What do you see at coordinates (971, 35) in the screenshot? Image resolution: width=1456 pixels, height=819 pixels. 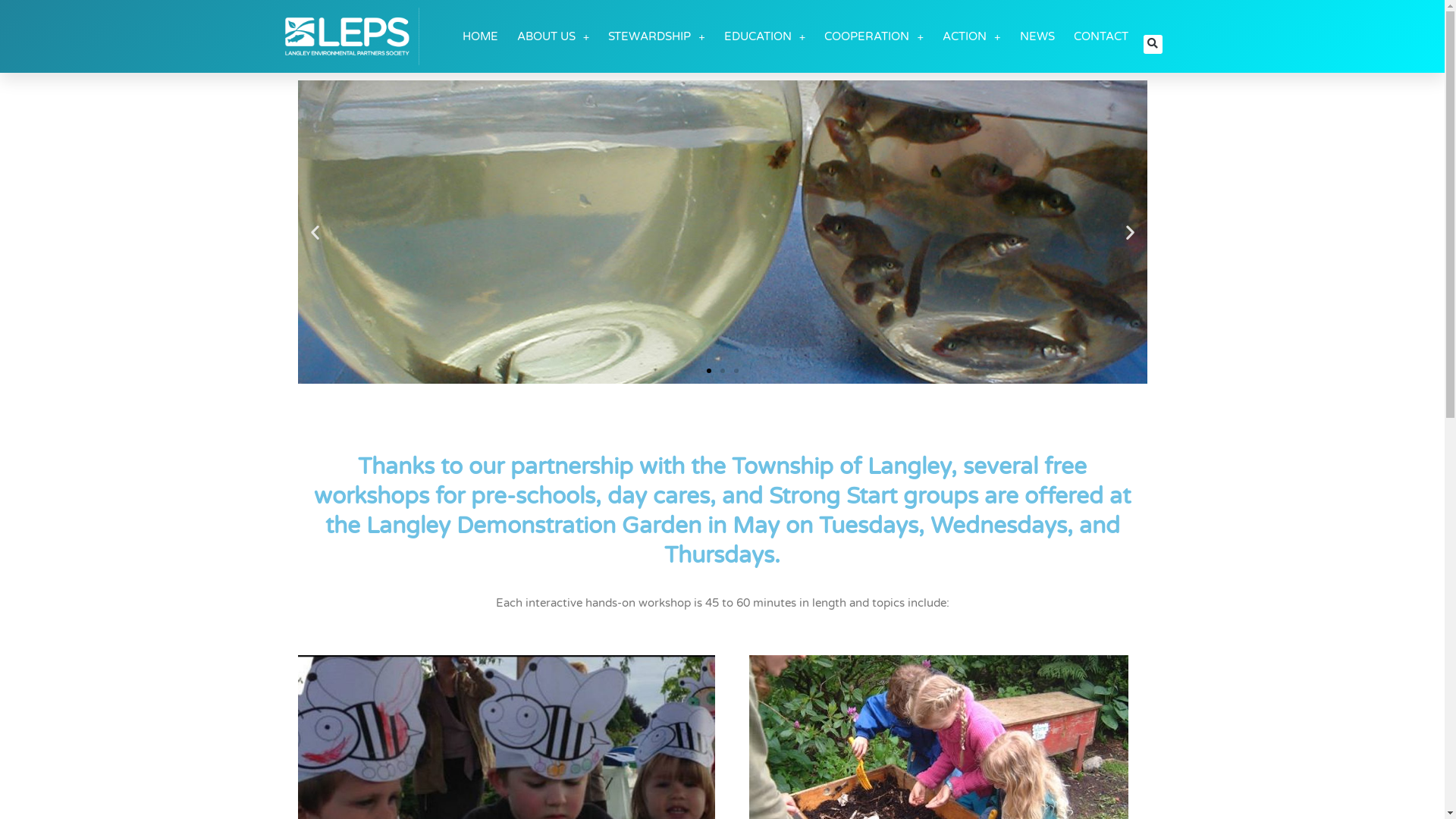 I see `'ACTION'` at bounding box center [971, 35].